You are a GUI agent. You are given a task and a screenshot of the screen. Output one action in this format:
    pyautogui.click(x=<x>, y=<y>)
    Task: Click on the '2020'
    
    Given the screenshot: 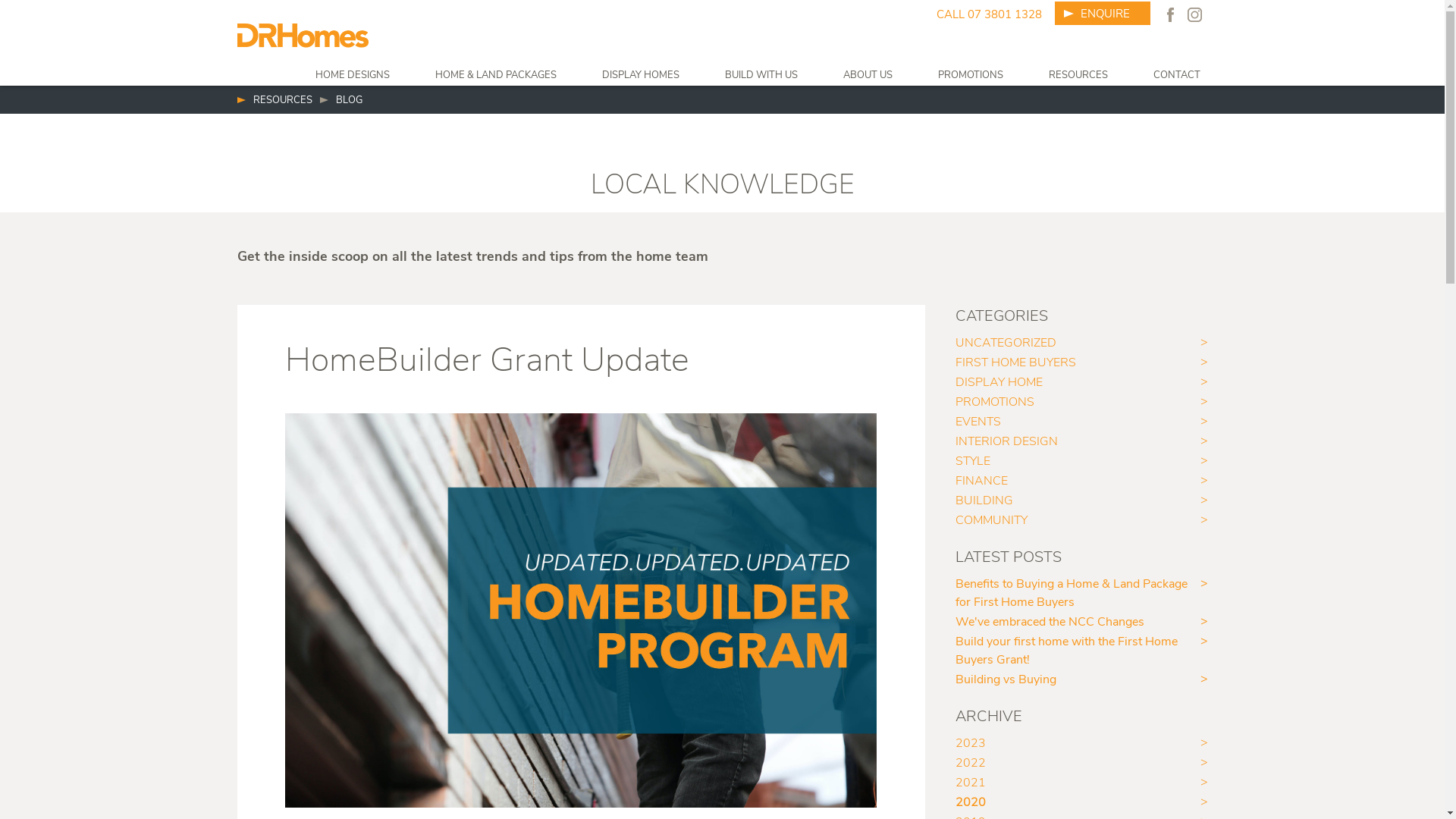 What is the action you would take?
    pyautogui.click(x=1080, y=801)
    